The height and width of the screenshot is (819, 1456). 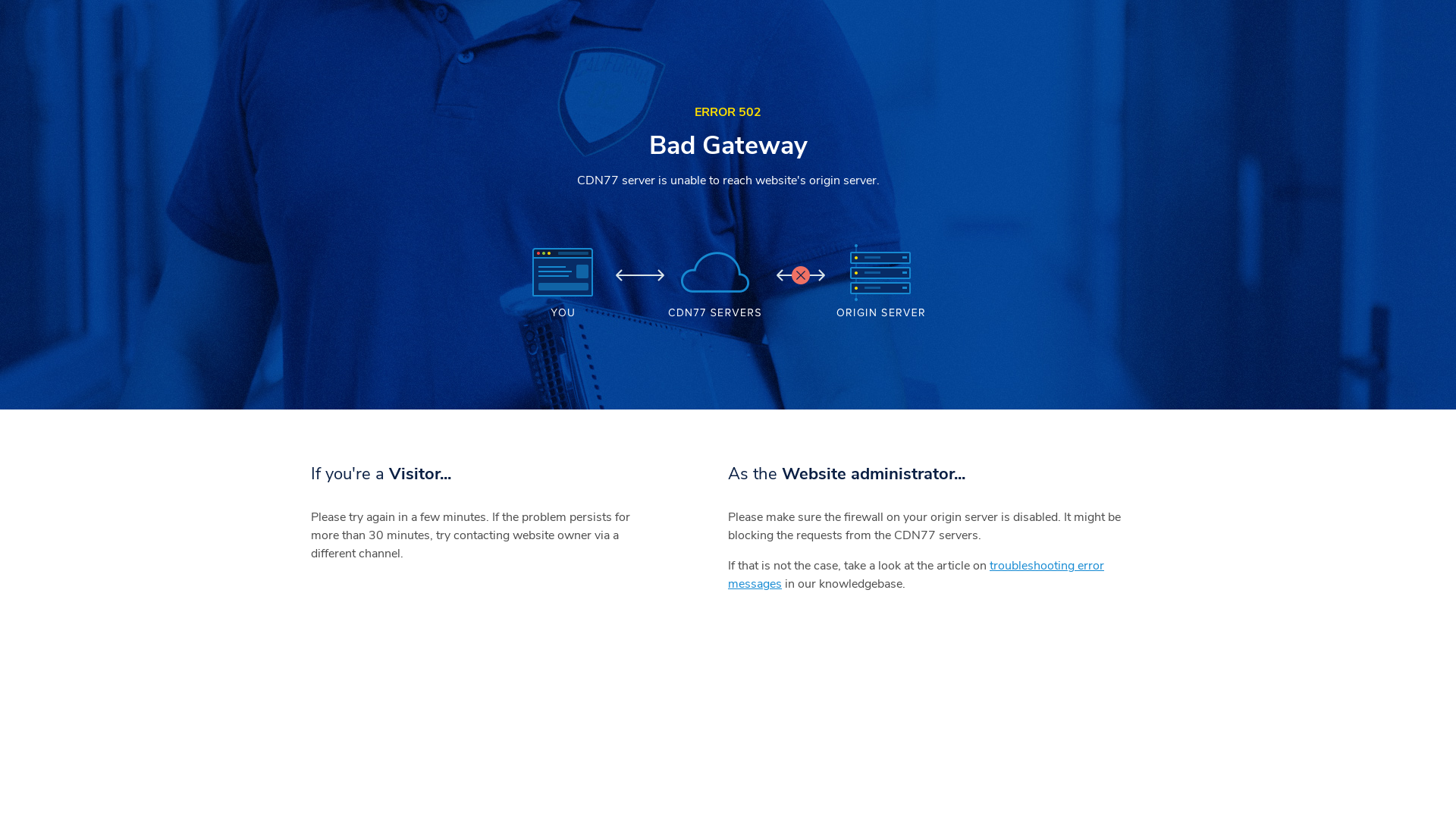 What do you see at coordinates (915, 575) in the screenshot?
I see `'troubleshooting error messages'` at bounding box center [915, 575].